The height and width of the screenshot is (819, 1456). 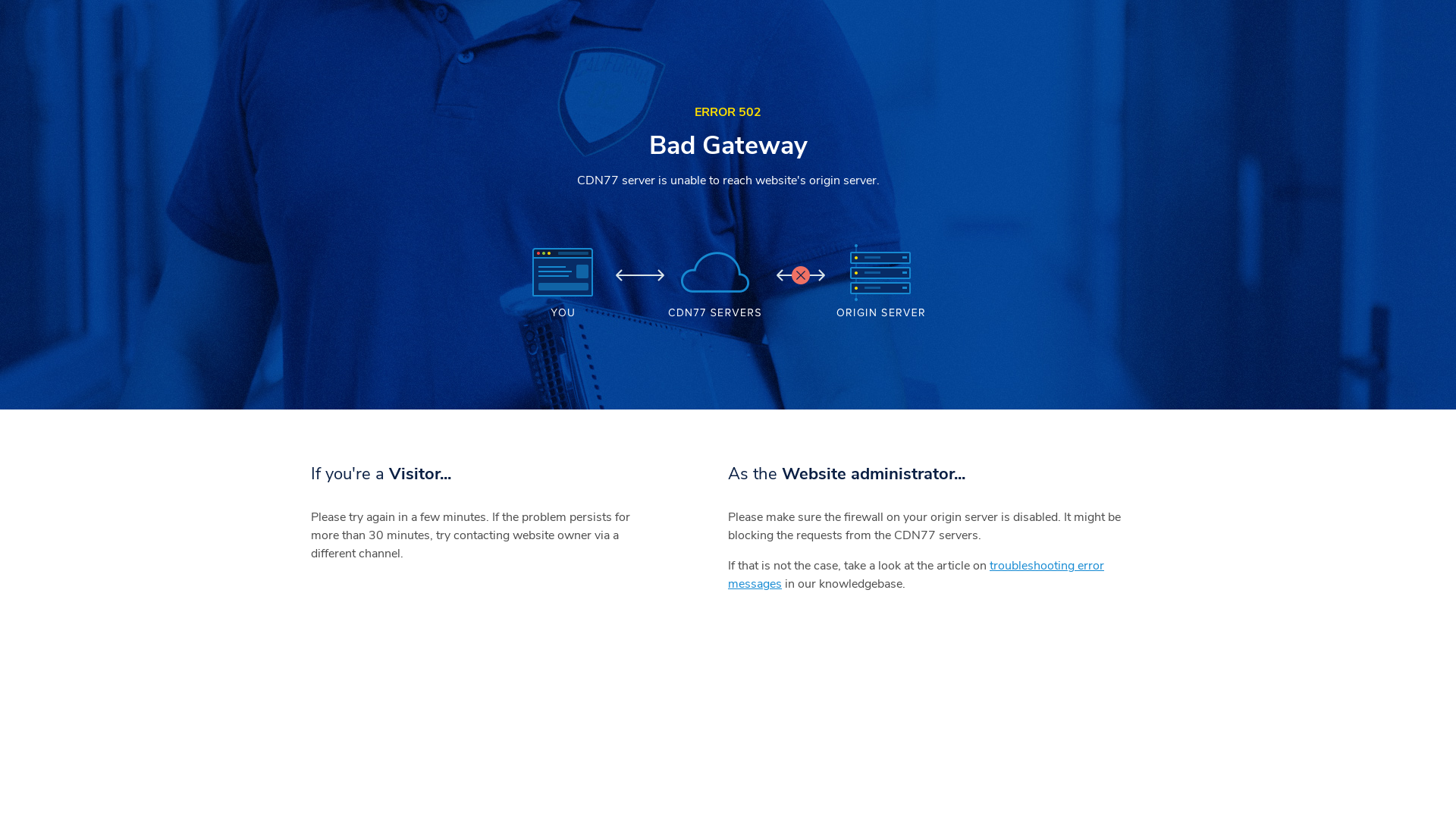 What do you see at coordinates (915, 575) in the screenshot?
I see `'troubleshooting error messages'` at bounding box center [915, 575].